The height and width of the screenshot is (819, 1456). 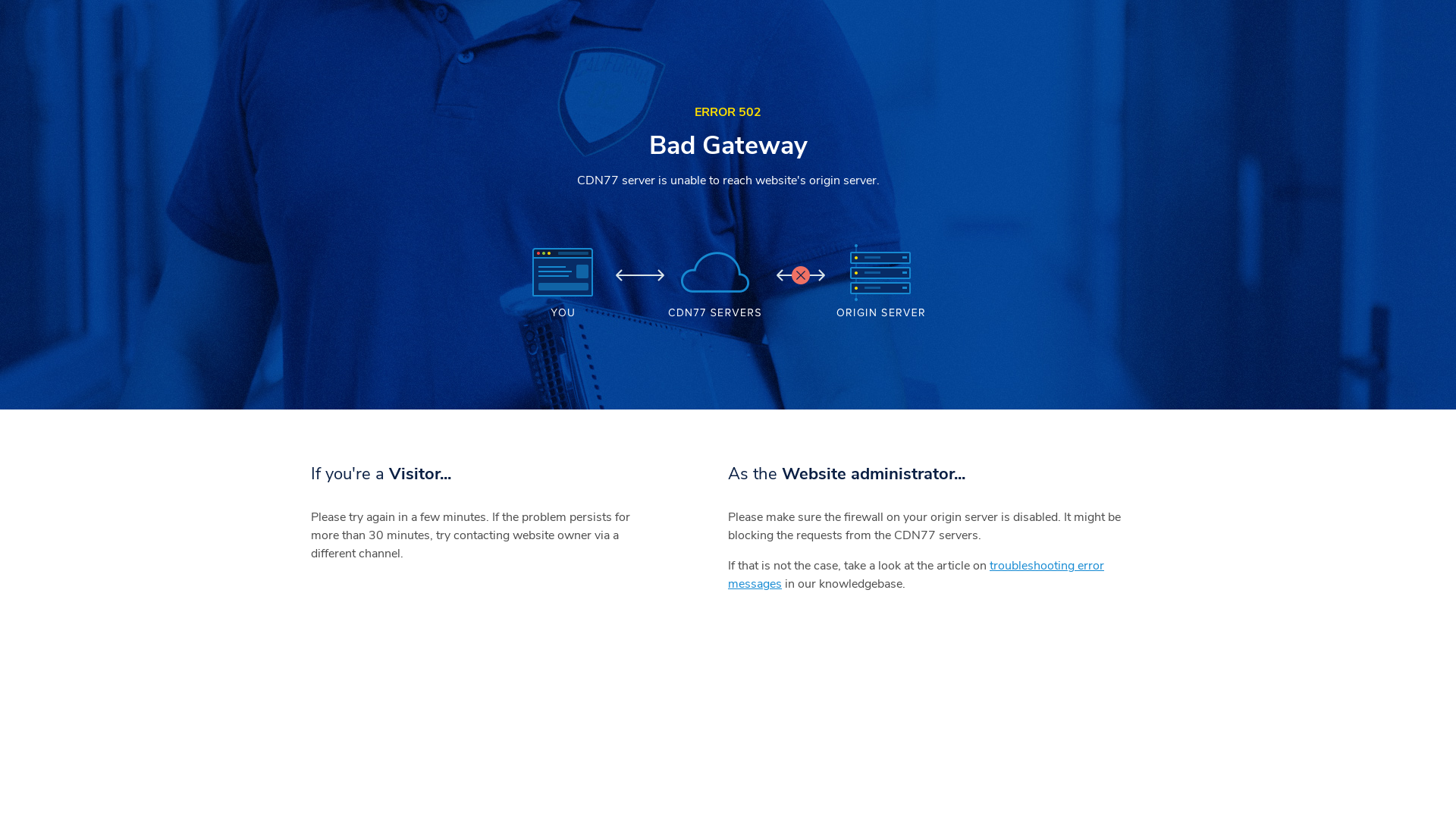 What do you see at coordinates (915, 575) in the screenshot?
I see `'troubleshooting error messages'` at bounding box center [915, 575].